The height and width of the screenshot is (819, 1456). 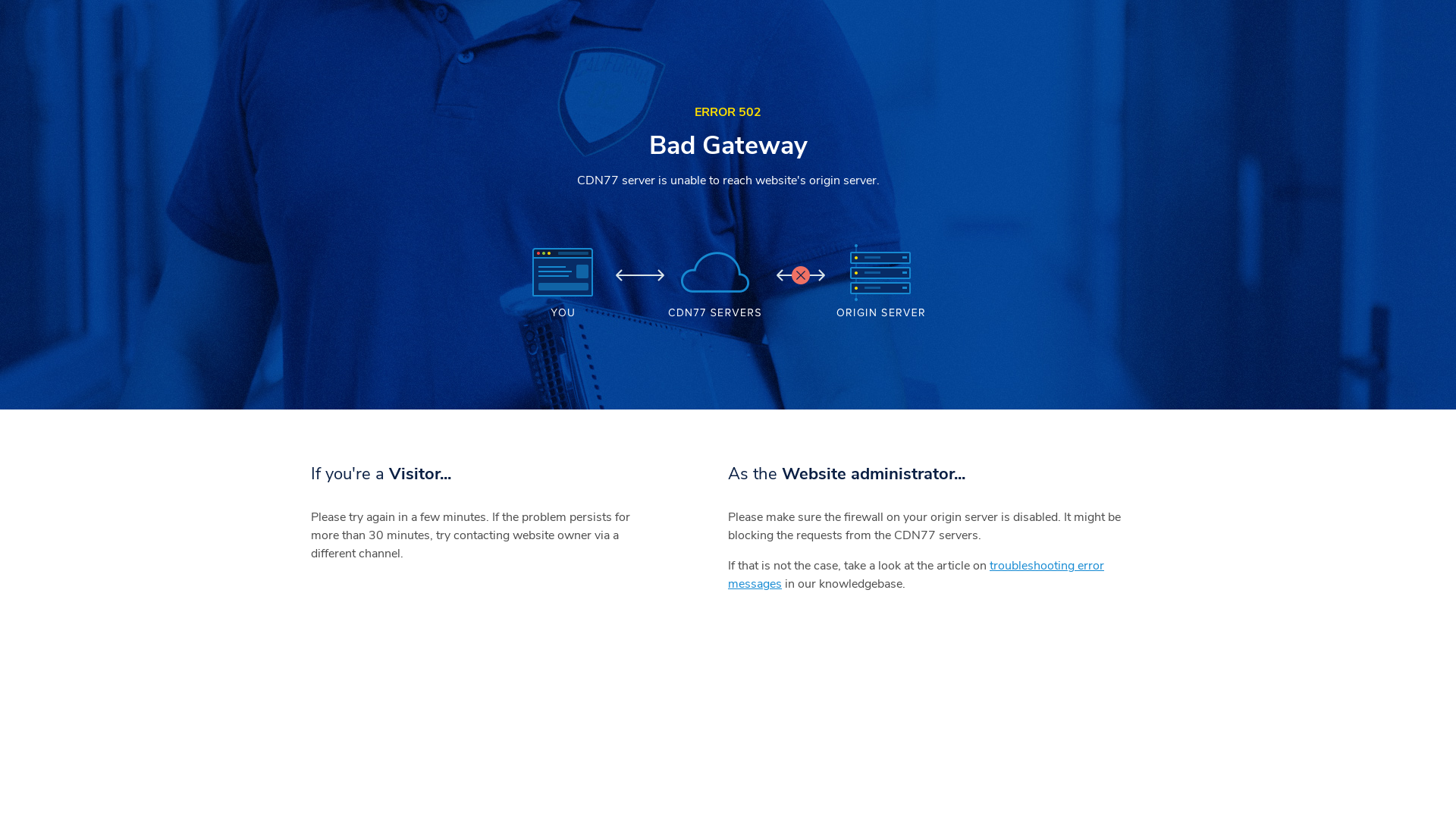 What do you see at coordinates (915, 575) in the screenshot?
I see `'troubleshooting error messages'` at bounding box center [915, 575].